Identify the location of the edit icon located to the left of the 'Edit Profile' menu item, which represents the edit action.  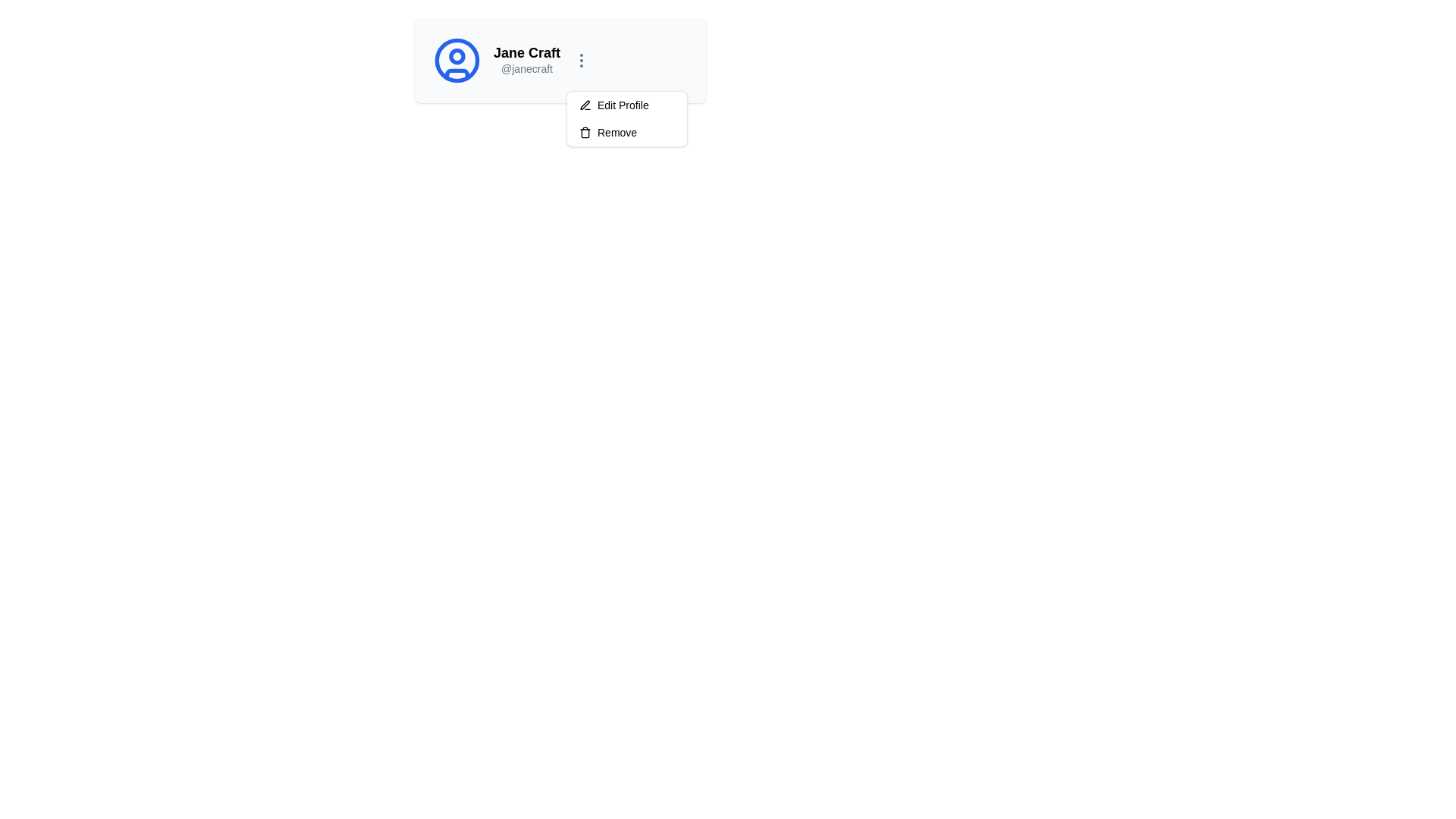
(585, 104).